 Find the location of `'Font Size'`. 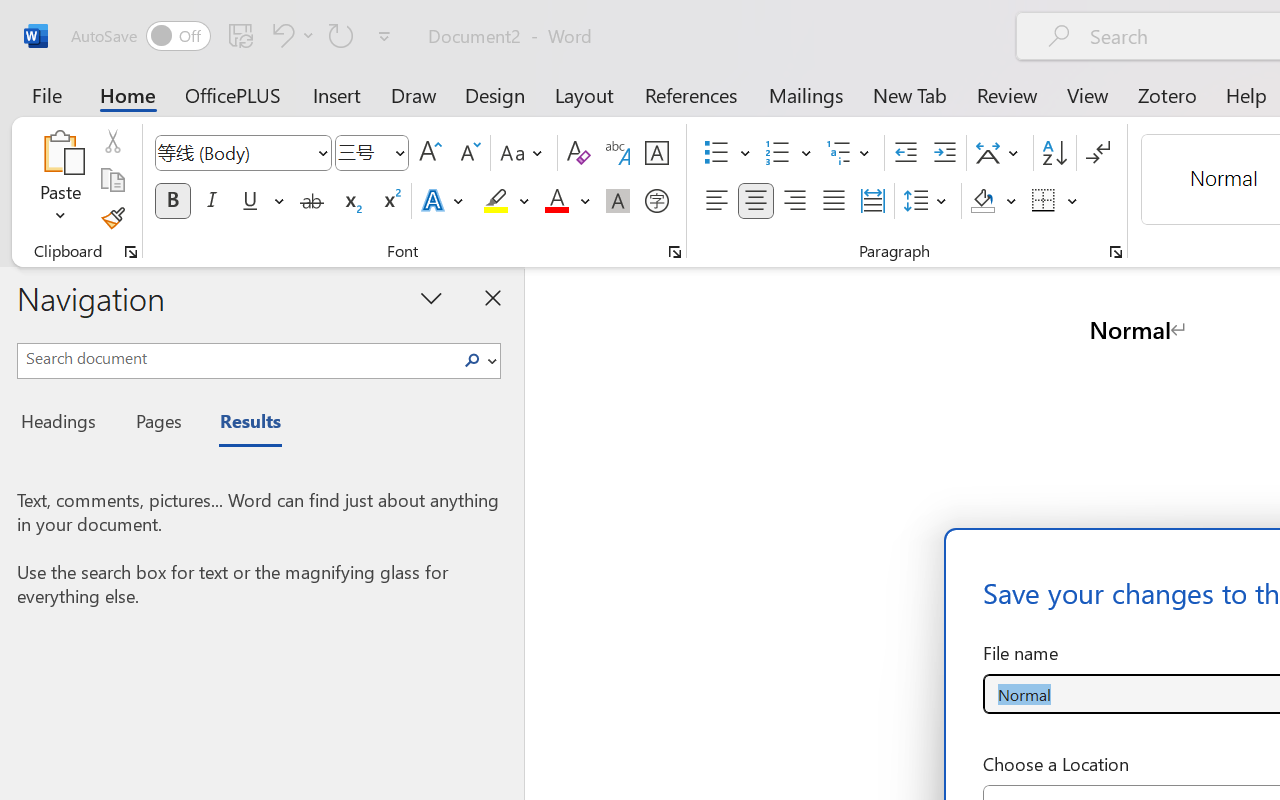

'Font Size' is located at coordinates (362, 152).